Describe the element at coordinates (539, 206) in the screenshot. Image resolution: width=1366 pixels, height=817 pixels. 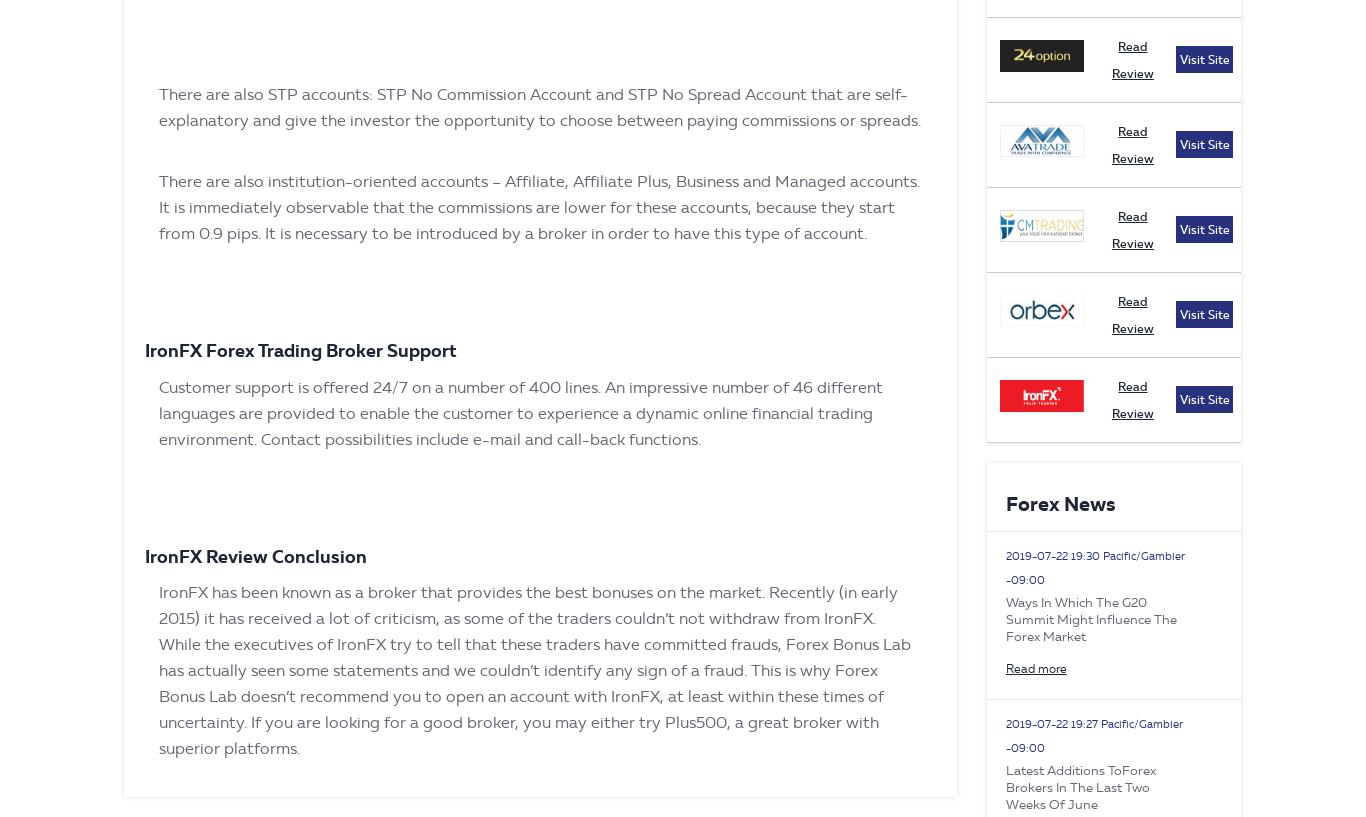
I see `'There are also institution-oriented accounts – Affiliate, Affiliate Plus, Business and Managed accounts. It is immediately observable that the commissions are lower for these accounts, because they start from 0.9 pips. It is necessary to be introduced by a broker in order to have this type of account.'` at that location.